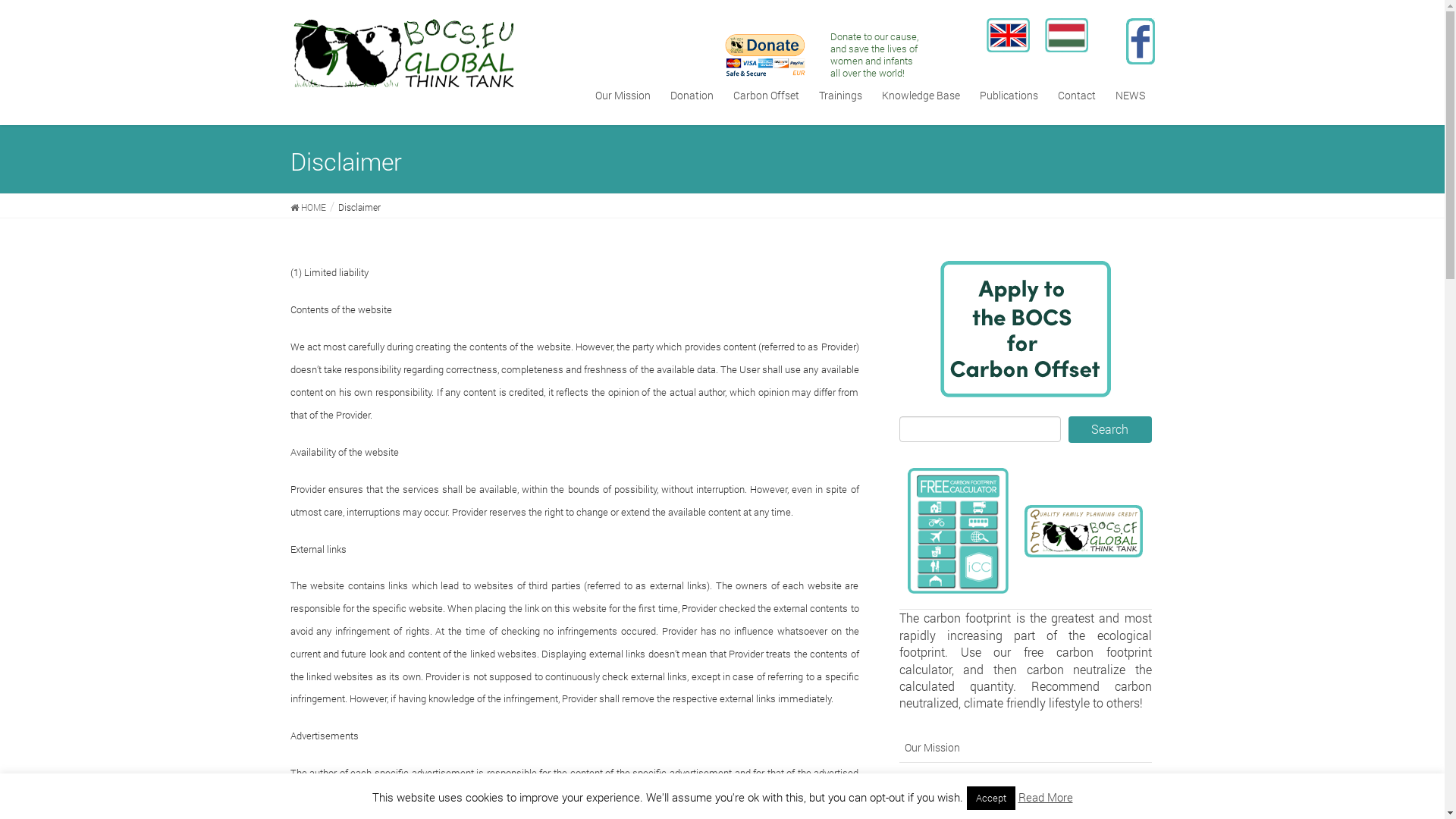 Image resolution: width=1456 pixels, height=819 pixels. What do you see at coordinates (659, 95) in the screenshot?
I see `'Donation'` at bounding box center [659, 95].